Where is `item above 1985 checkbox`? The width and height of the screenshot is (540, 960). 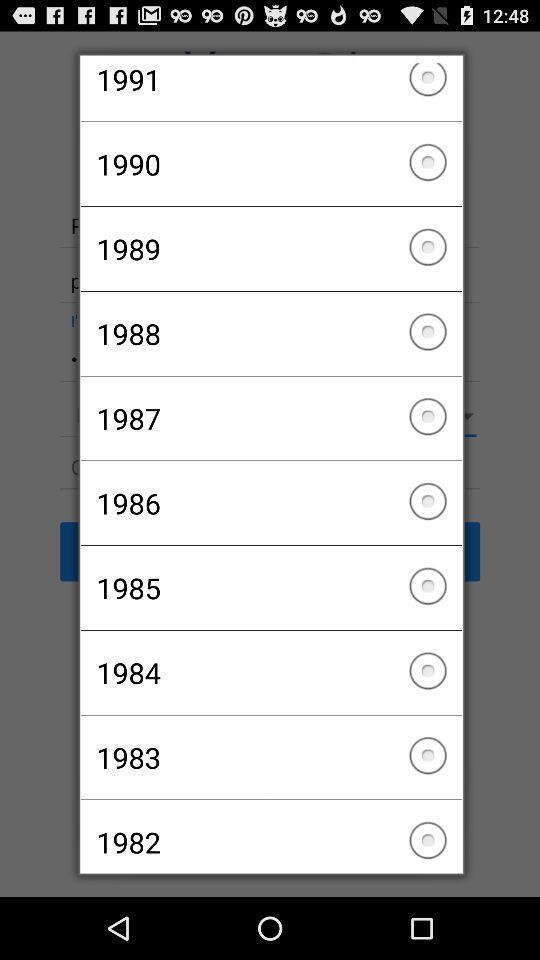
item above 1985 checkbox is located at coordinates (270, 502).